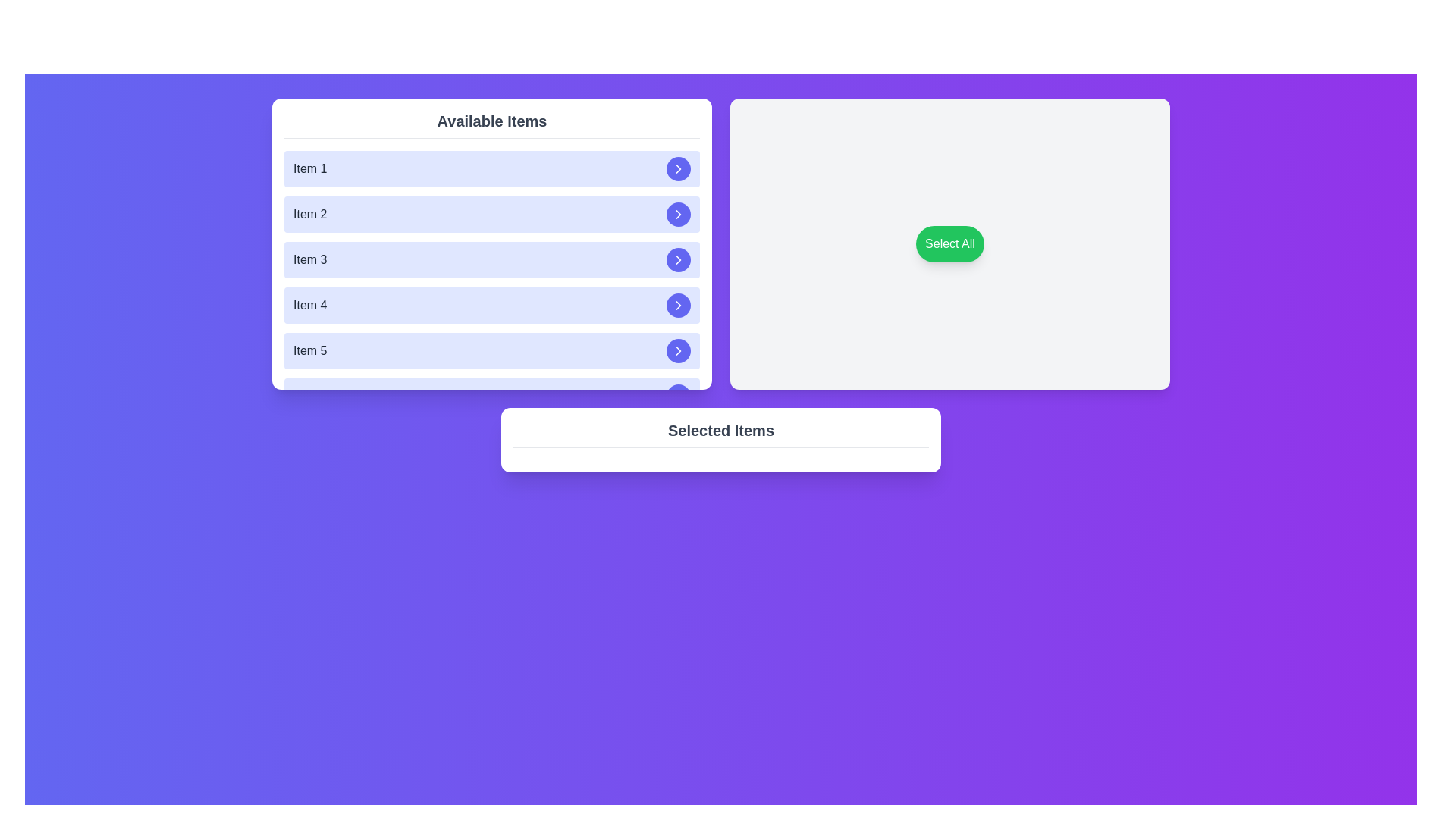 Image resolution: width=1456 pixels, height=819 pixels. What do you see at coordinates (677, 259) in the screenshot?
I see `the chevron icon located within the circular button to the right of 'Item 3' in the 'Available Items' list to initiate an action` at bounding box center [677, 259].